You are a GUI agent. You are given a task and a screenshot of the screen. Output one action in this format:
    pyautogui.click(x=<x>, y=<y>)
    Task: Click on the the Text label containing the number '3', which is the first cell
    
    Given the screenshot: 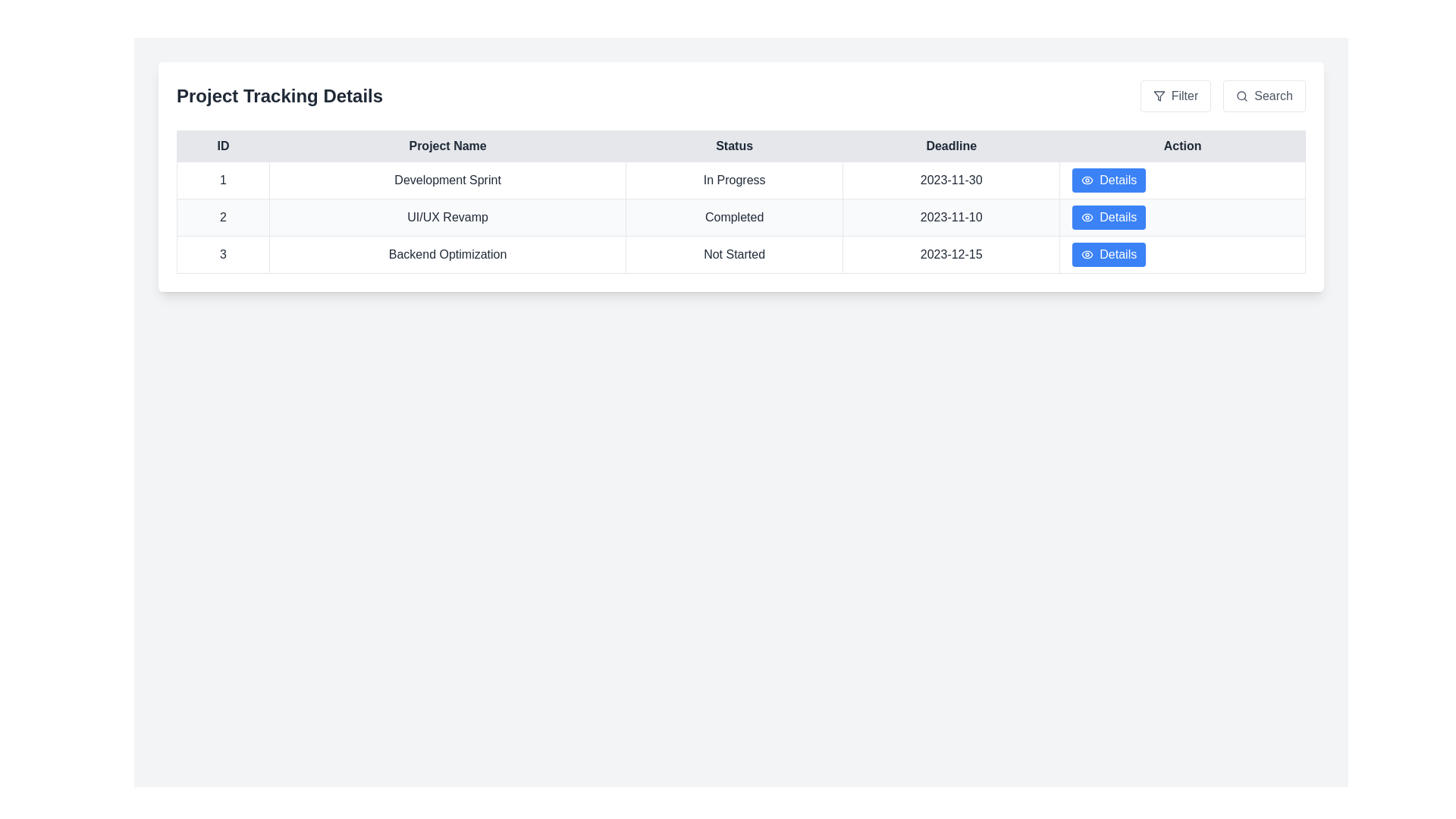 What is the action you would take?
    pyautogui.click(x=222, y=253)
    